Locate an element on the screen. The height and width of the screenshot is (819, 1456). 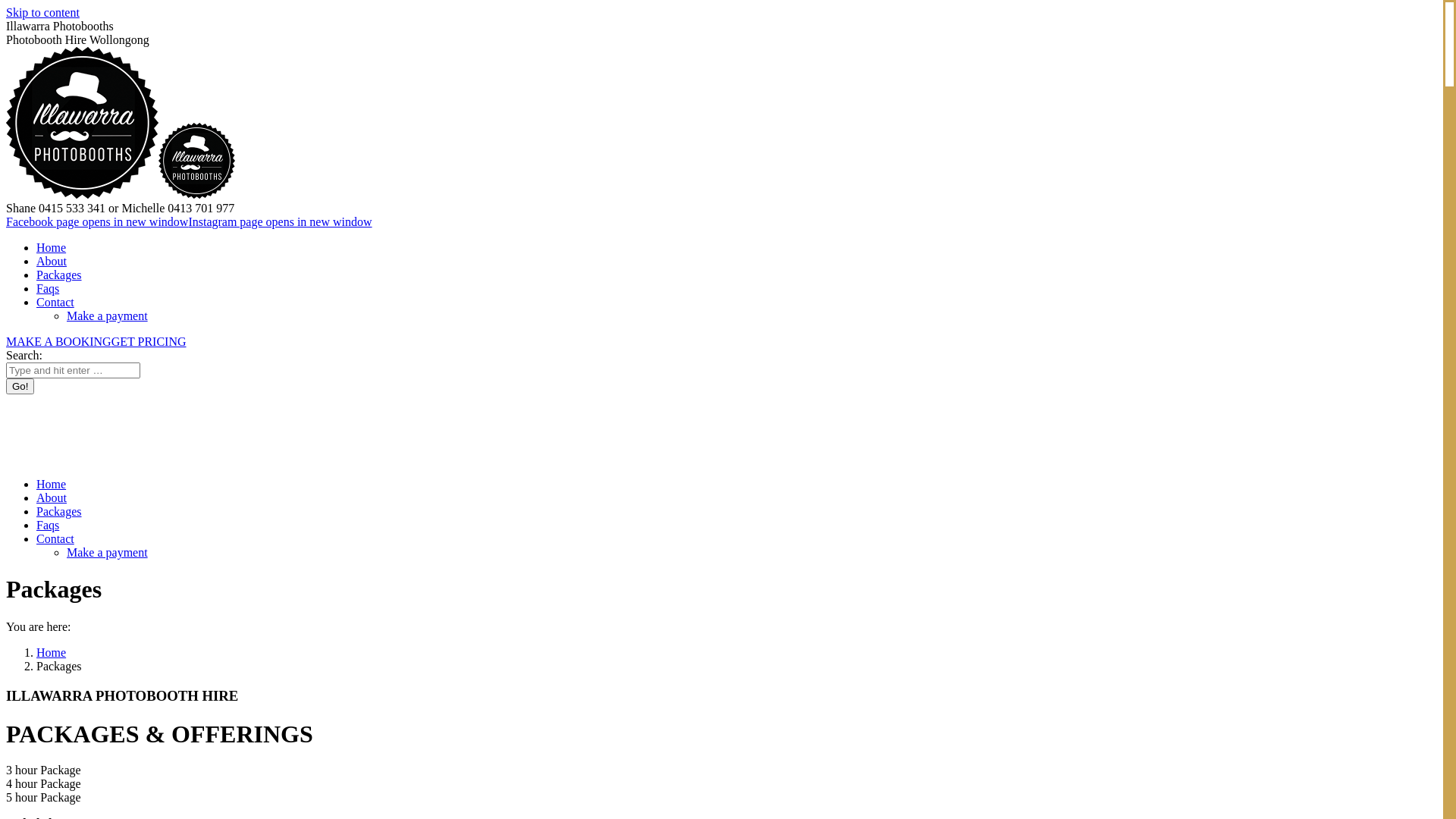
'Packages' is located at coordinates (36, 275).